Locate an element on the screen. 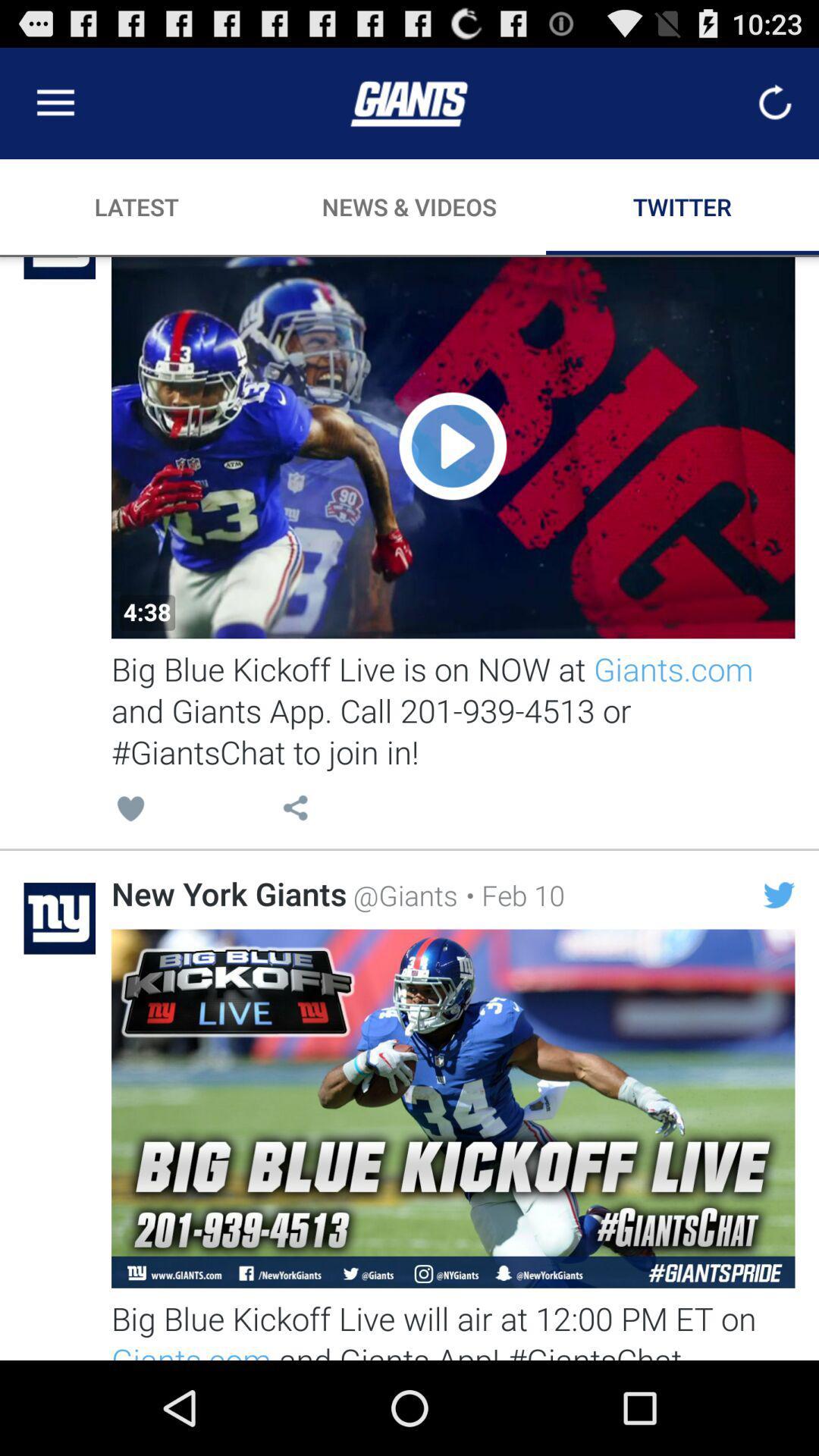 This screenshot has height=1456, width=819. video is located at coordinates (452, 447).